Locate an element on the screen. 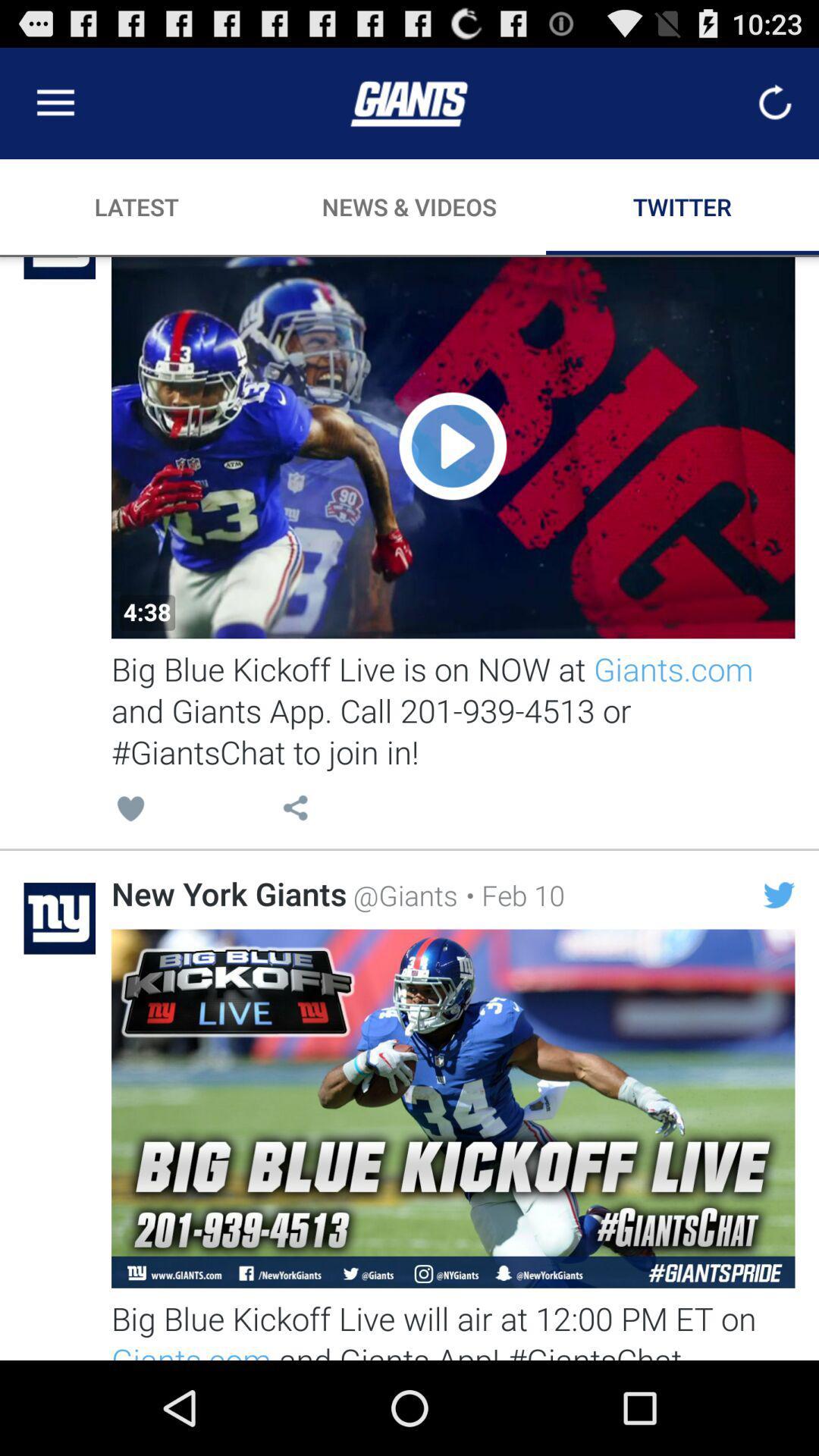 This screenshot has height=1456, width=819. video is located at coordinates (452, 447).